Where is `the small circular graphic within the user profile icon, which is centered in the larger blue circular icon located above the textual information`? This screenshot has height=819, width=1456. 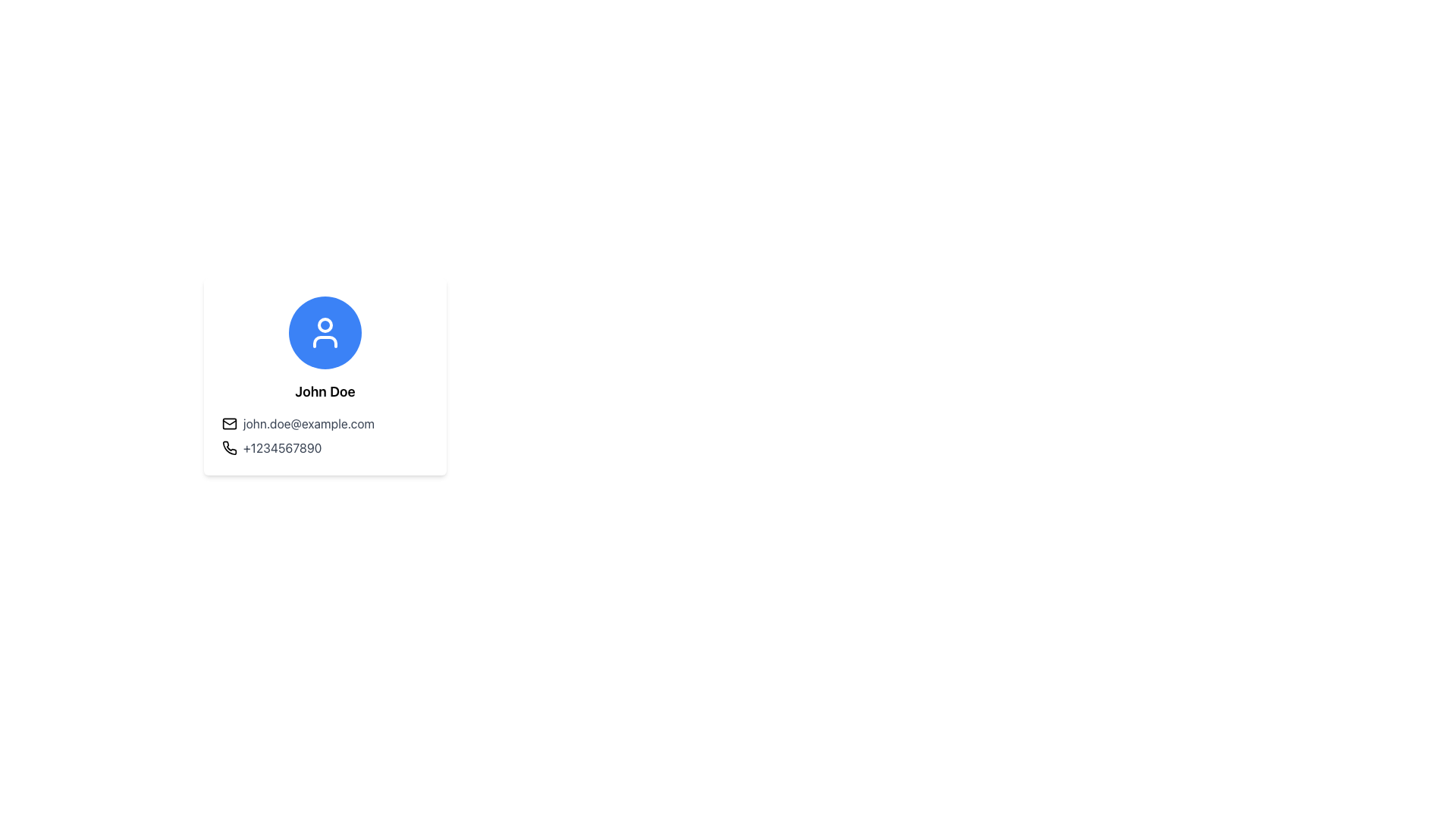 the small circular graphic within the user profile icon, which is centered in the larger blue circular icon located above the textual information is located at coordinates (324, 324).